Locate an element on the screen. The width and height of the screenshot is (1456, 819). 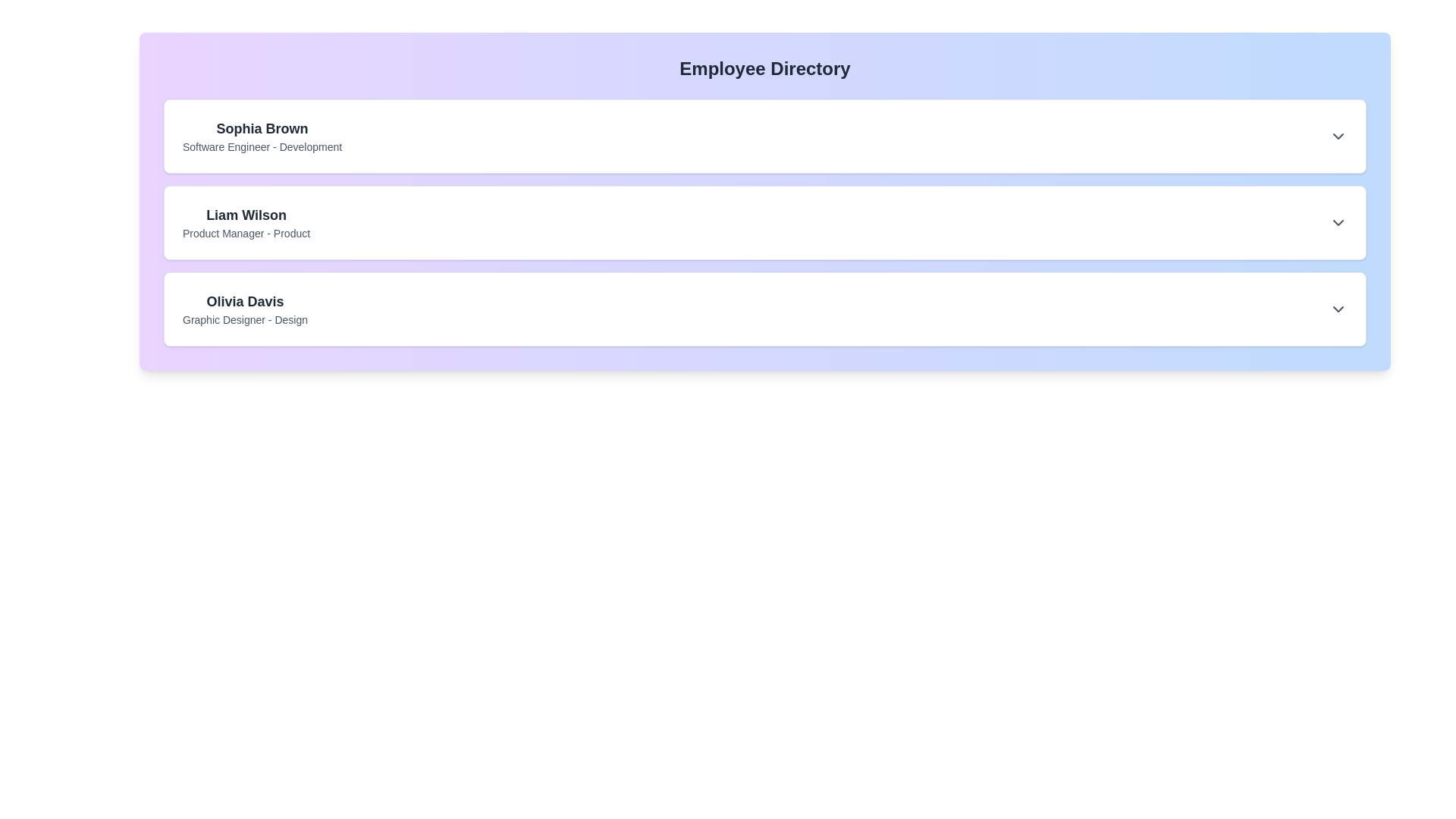
text label displaying the job title and department of 'Liam Wilson' located within the second card of the 'Employee Directory.' is located at coordinates (246, 234).